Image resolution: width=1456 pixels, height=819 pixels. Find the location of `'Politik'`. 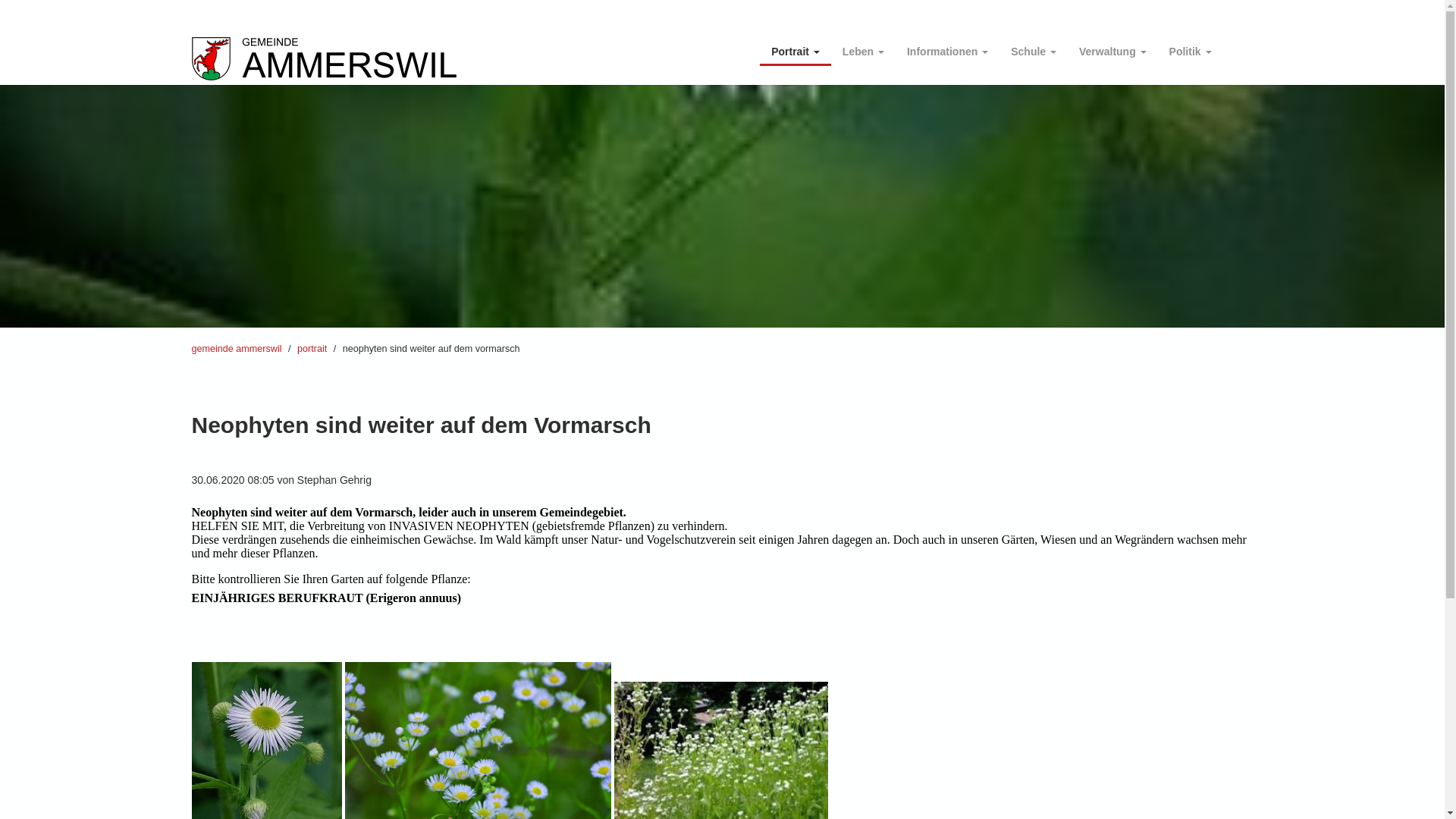

'Politik' is located at coordinates (1156, 47).